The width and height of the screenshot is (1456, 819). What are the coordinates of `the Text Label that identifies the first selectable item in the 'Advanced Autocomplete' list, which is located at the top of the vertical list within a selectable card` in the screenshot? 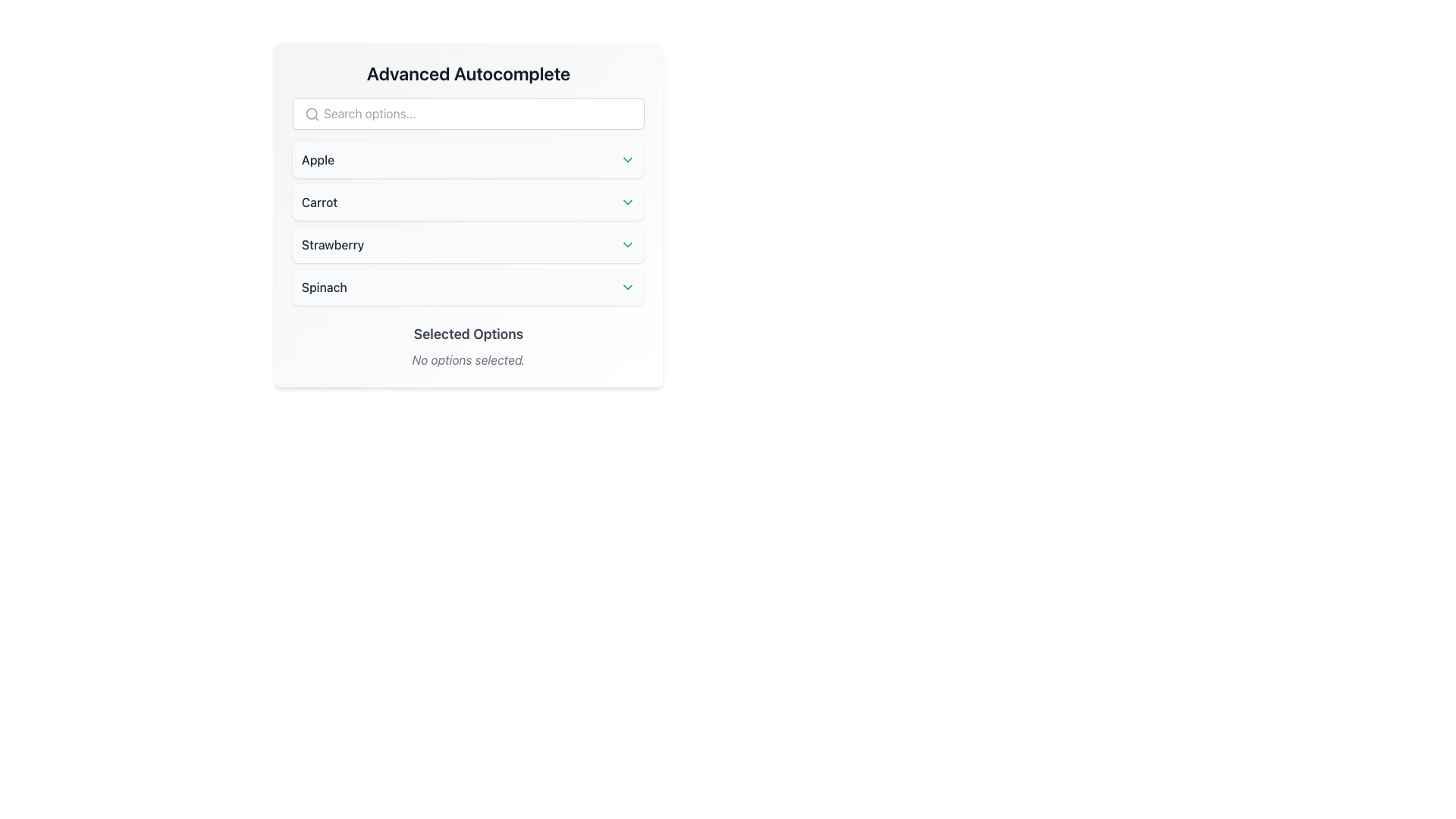 It's located at (317, 160).